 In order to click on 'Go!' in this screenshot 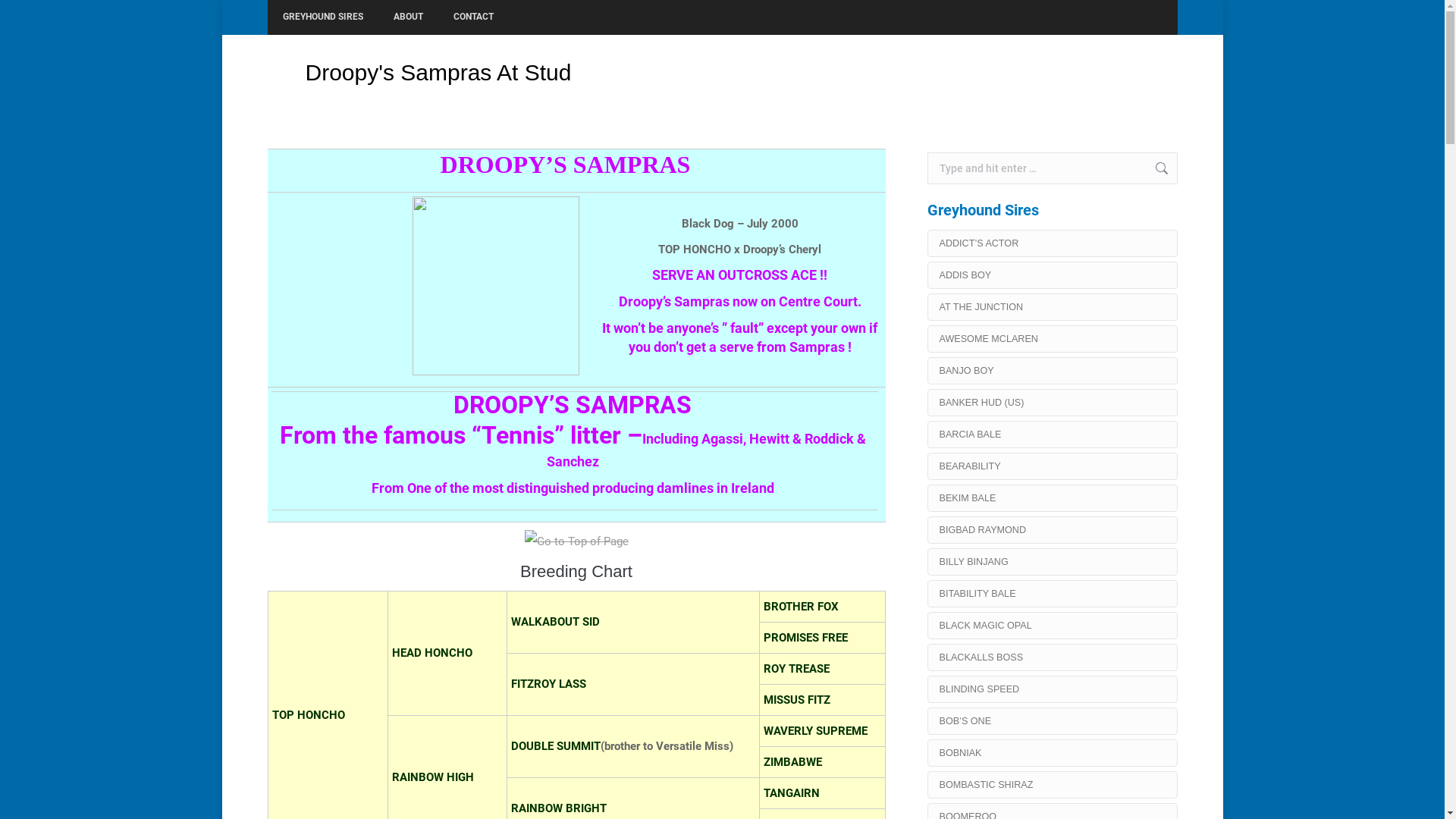, I will do `click(1153, 168)`.